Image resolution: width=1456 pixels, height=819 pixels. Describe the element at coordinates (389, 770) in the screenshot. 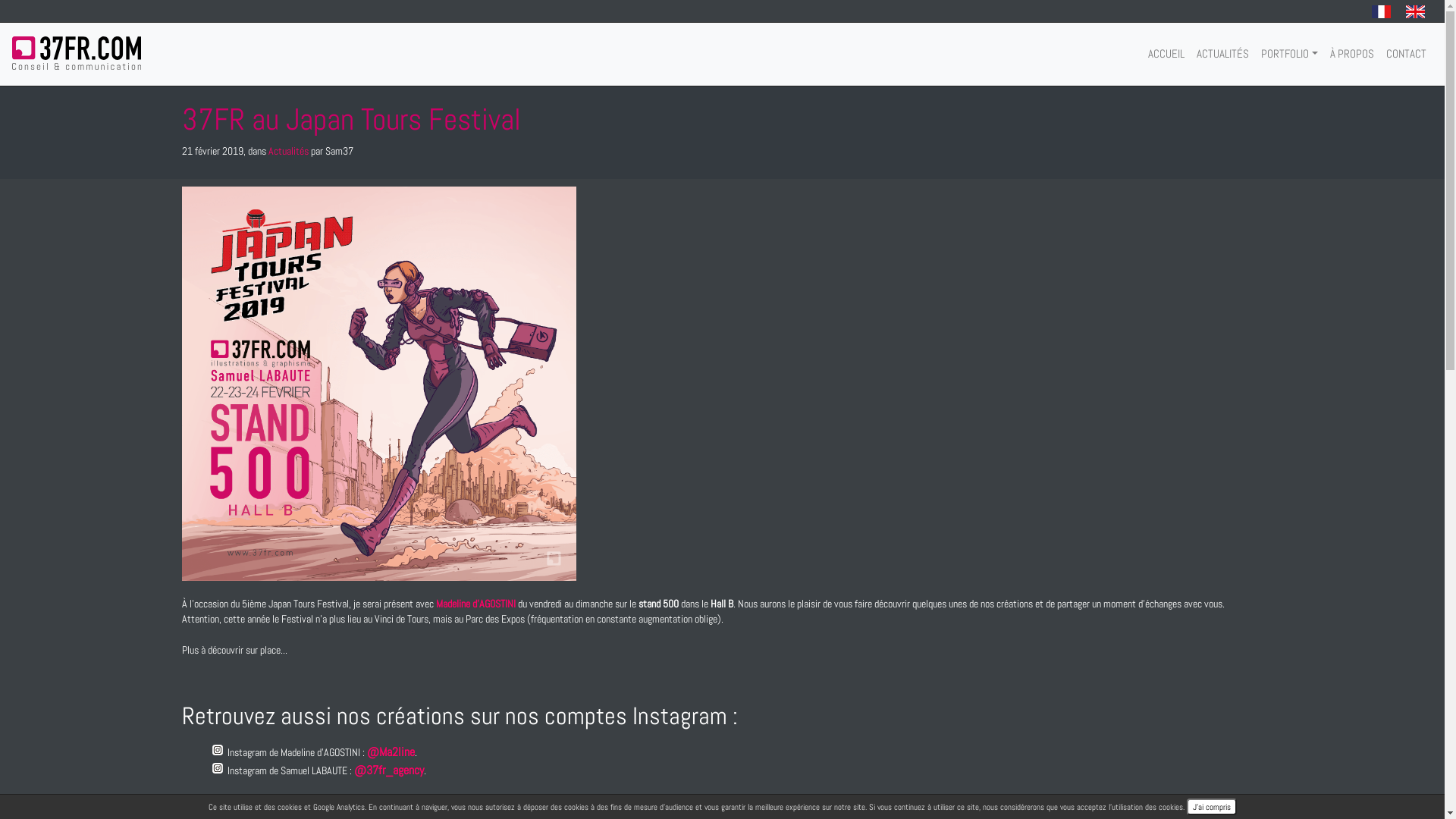

I see `'@37fr_agency'` at that location.